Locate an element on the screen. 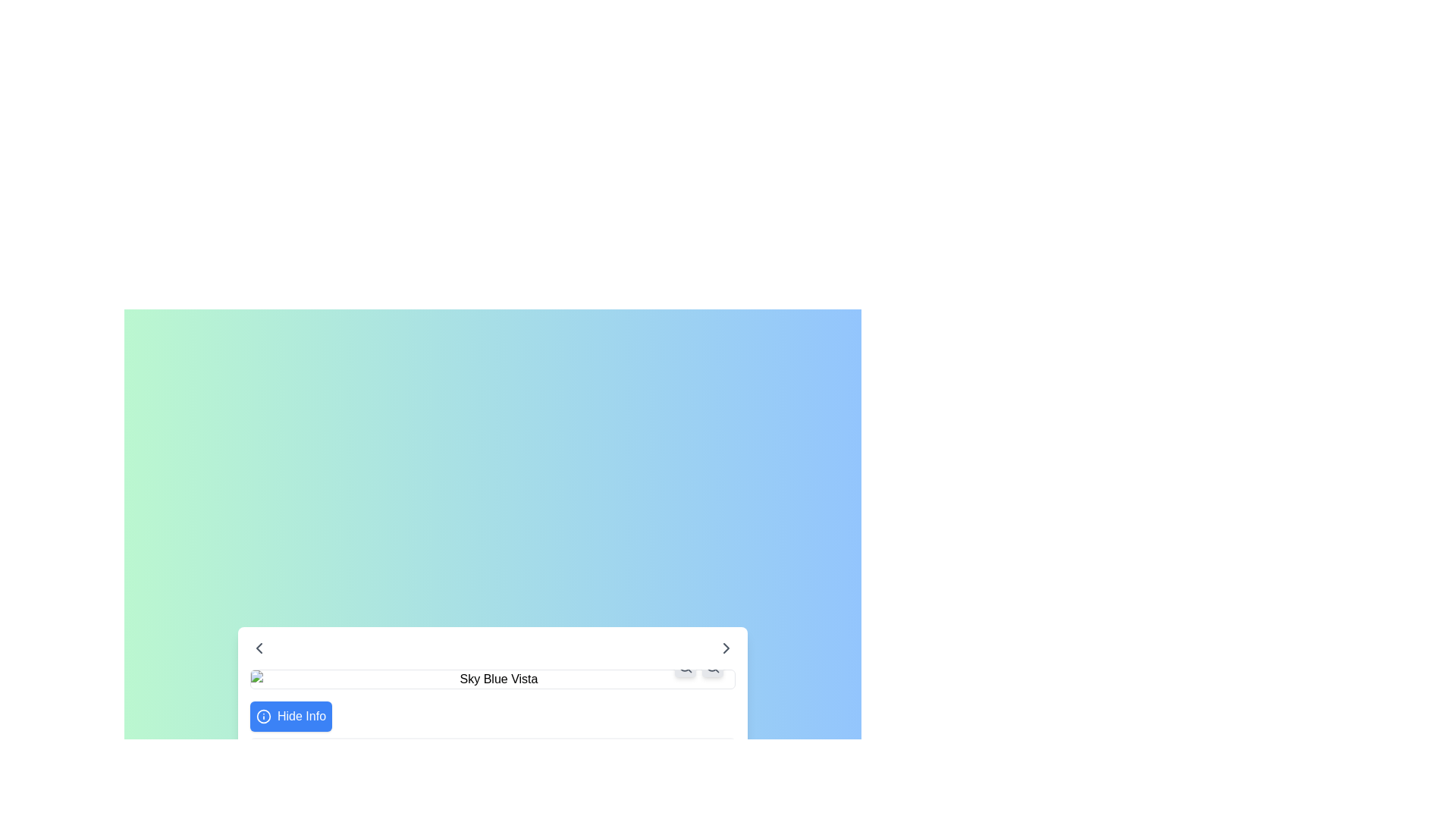 The image size is (1456, 819). the 'Hide Info' button, which has a rounded blue background and white text is located at coordinates (291, 717).